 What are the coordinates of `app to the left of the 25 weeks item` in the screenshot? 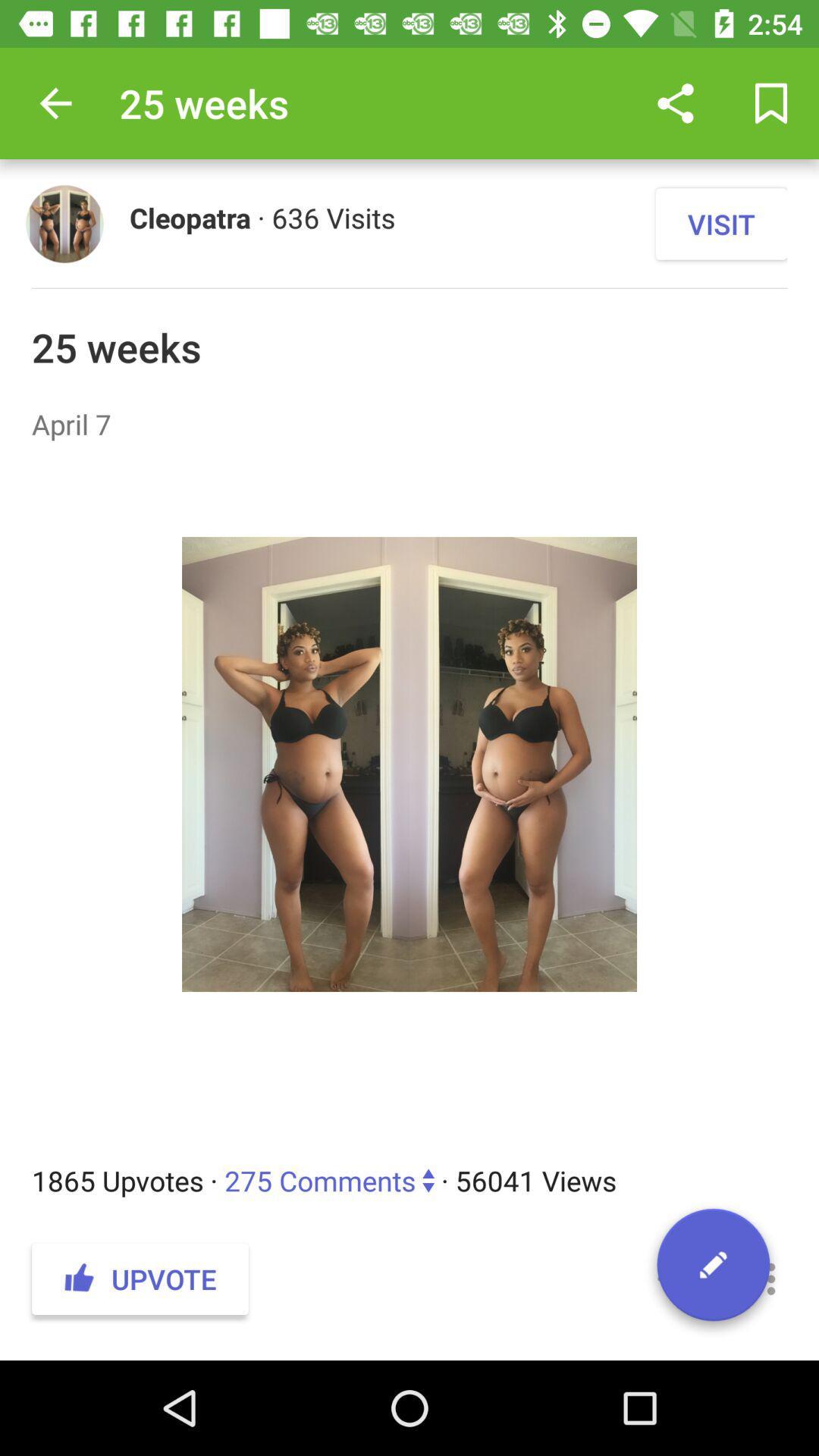 It's located at (55, 102).